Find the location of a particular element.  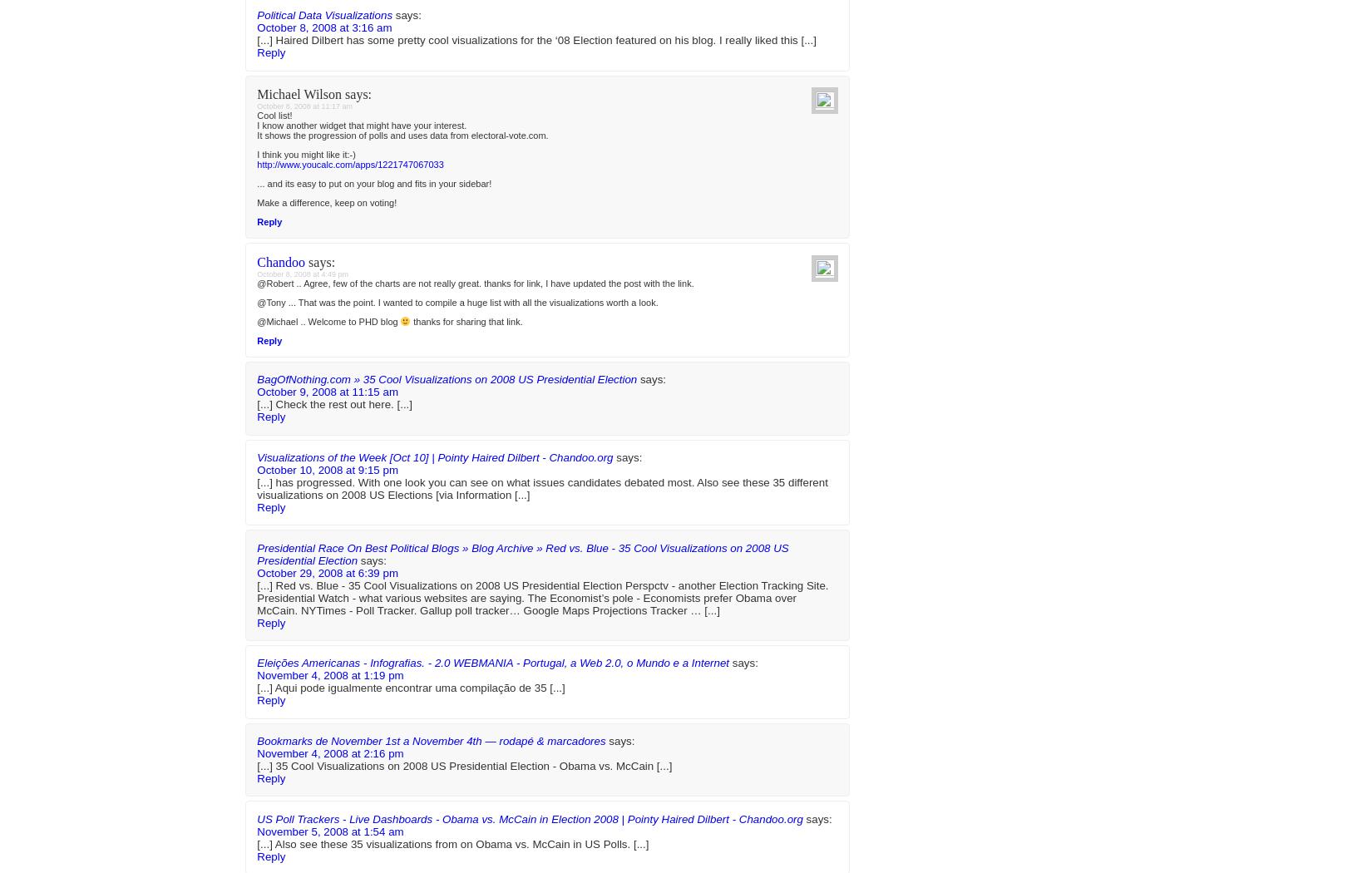

'[...] Haired Dilbert has some pretty cool visualizations for the ‘08 Election featured on his blog. I really liked this [...]' is located at coordinates (257, 609).